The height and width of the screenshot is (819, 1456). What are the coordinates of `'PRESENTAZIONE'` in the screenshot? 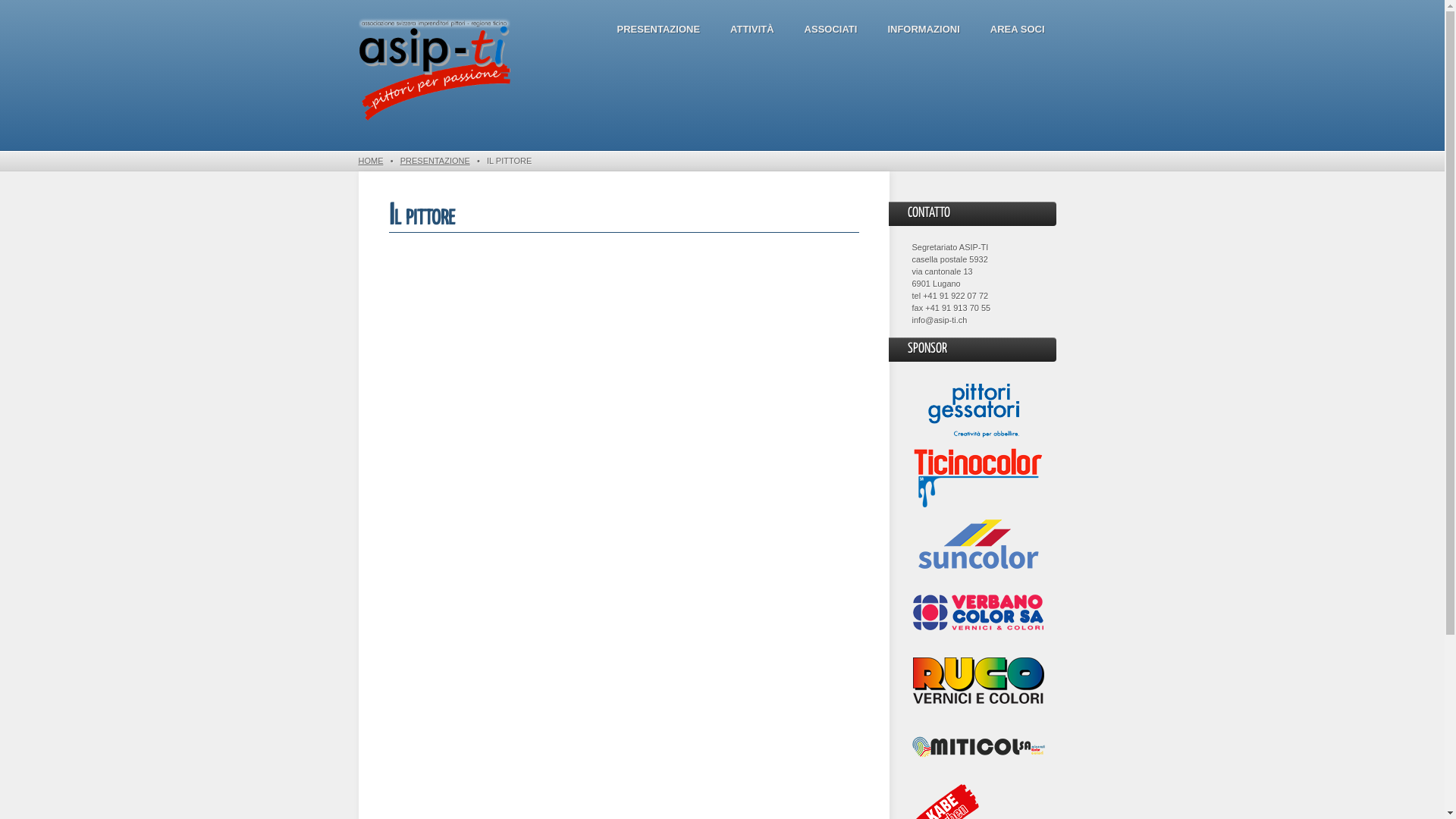 It's located at (435, 161).